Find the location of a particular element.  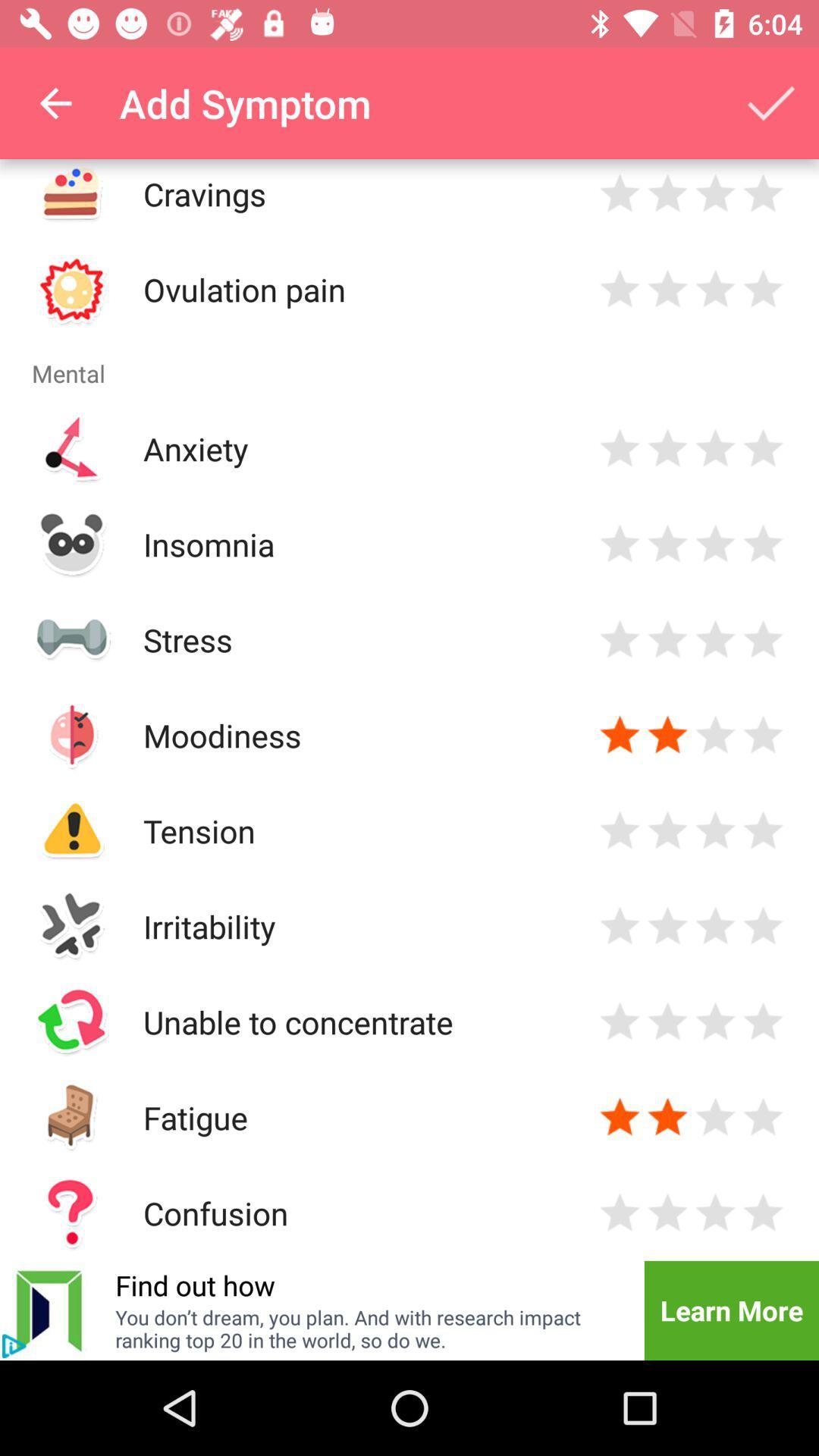

rate symptom 3 stars is located at coordinates (715, 193).